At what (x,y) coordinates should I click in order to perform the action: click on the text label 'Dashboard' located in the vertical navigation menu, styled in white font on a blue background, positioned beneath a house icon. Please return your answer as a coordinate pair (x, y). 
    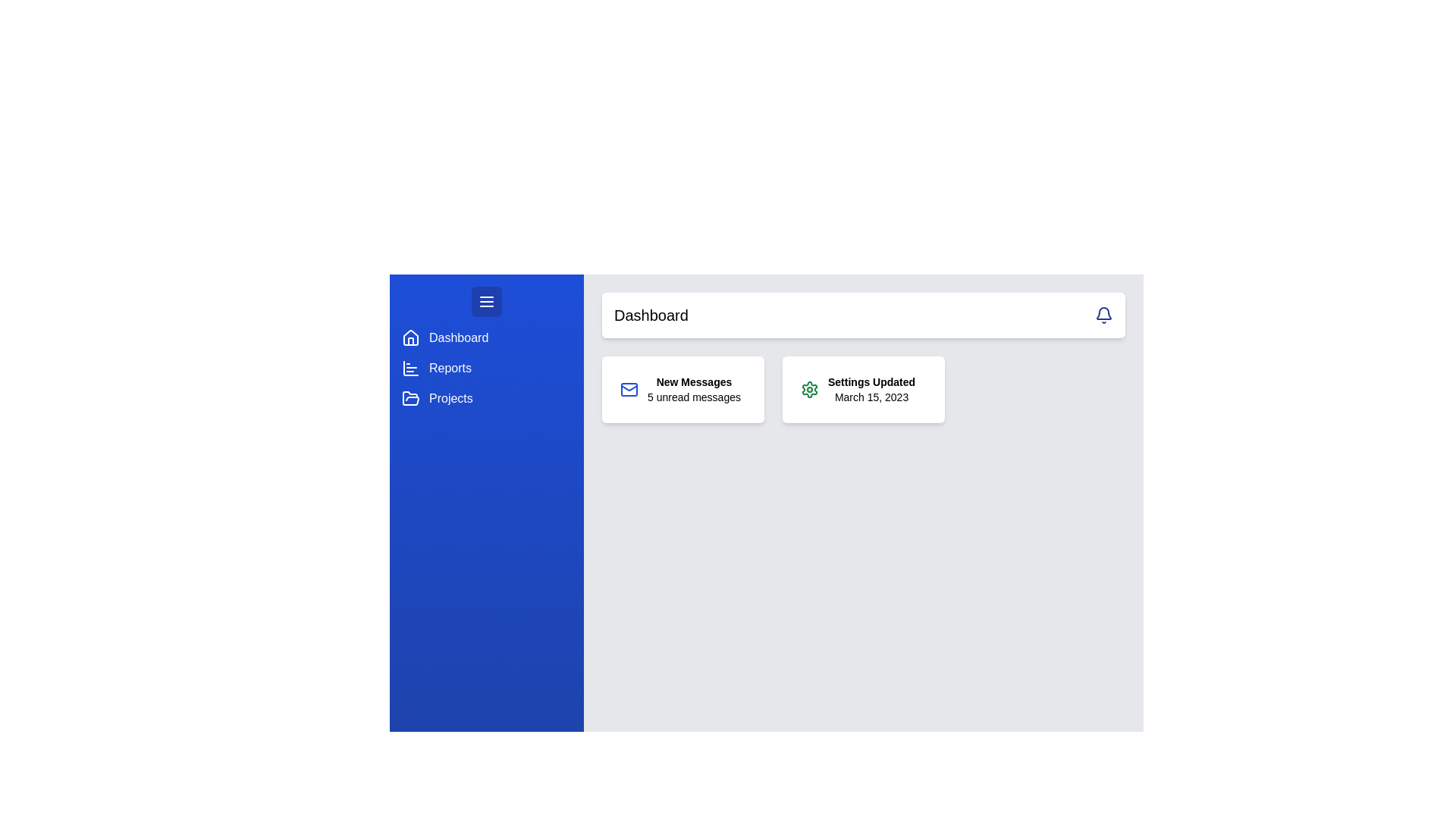
    Looking at the image, I should click on (458, 337).